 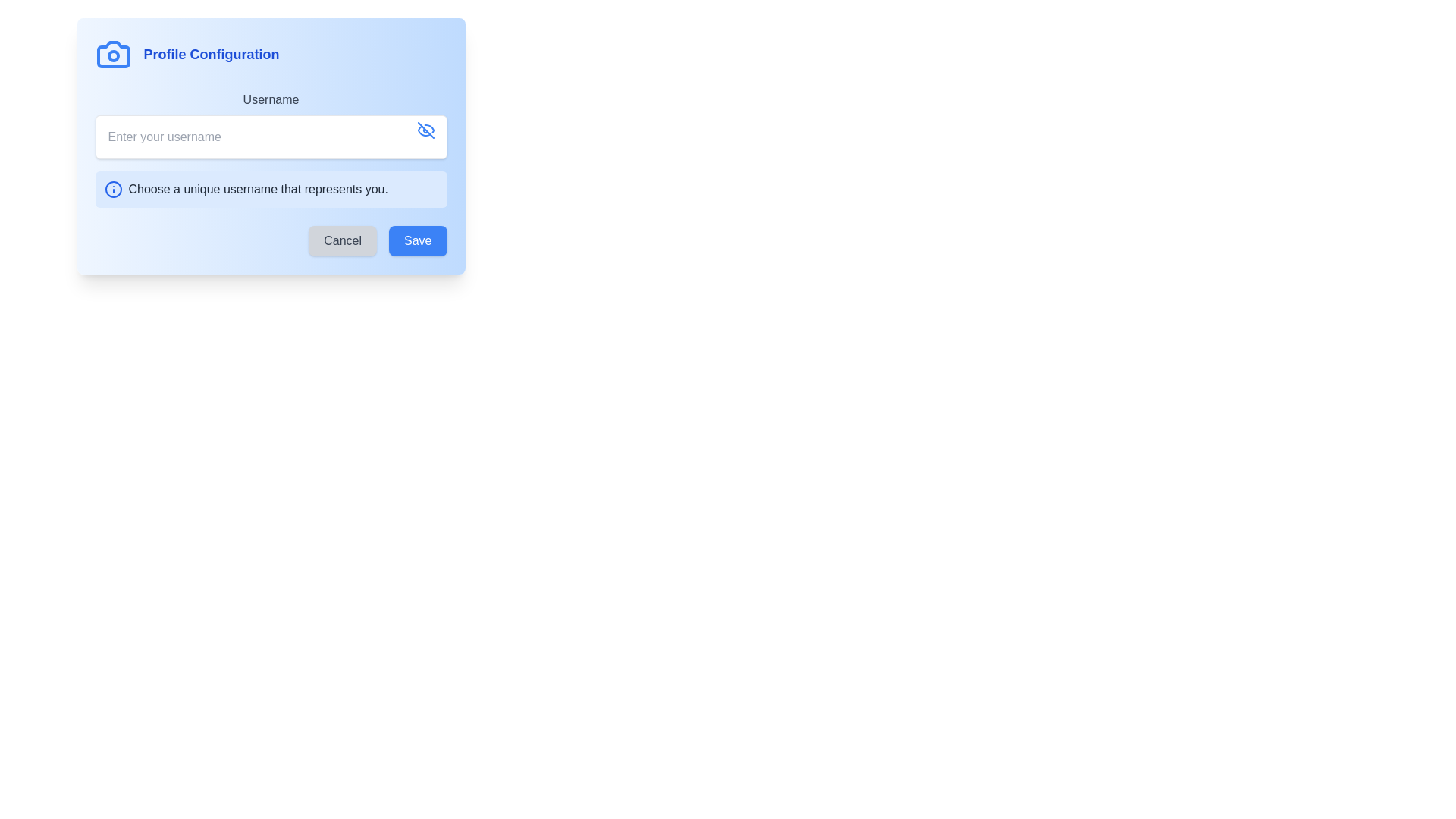 I want to click on the blue camera icon located to the left of the 'Profile Configuration' header, so click(x=112, y=54).